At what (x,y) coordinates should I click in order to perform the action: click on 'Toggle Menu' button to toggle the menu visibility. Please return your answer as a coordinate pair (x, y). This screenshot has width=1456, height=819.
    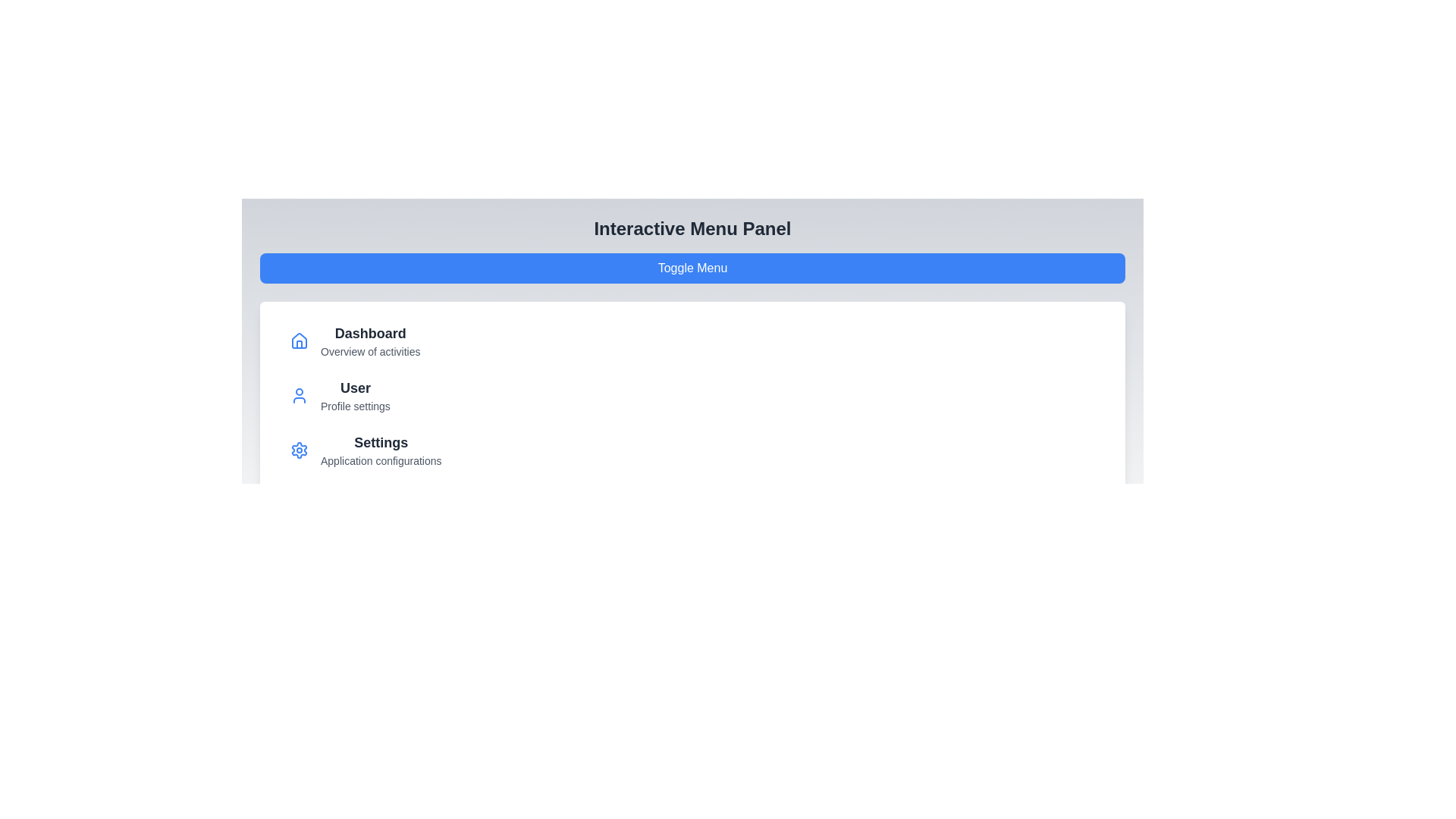
    Looking at the image, I should click on (692, 268).